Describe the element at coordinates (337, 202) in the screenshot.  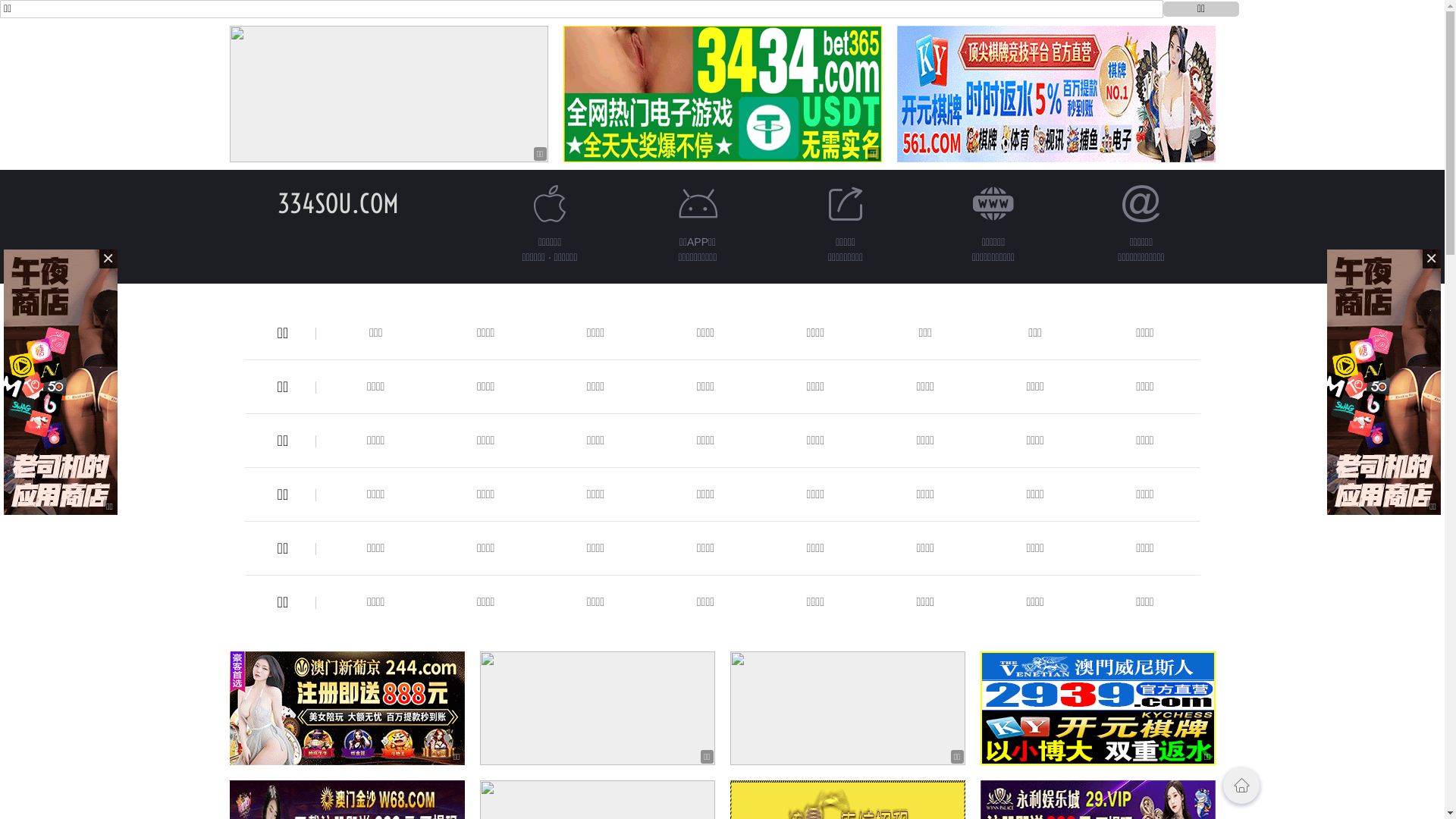
I see `'334SOU.COM'` at that location.